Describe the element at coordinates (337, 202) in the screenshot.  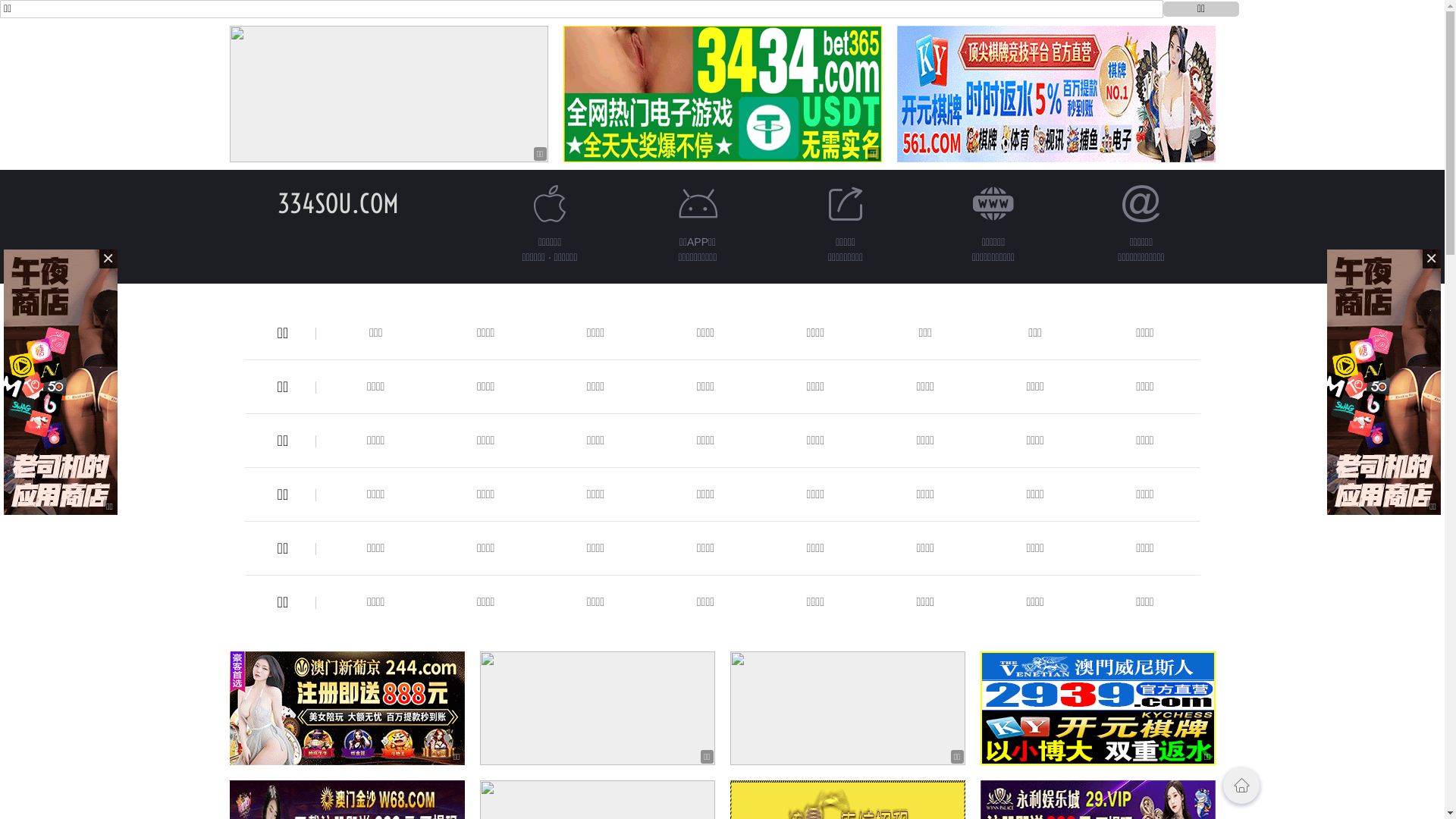
I see `'334SOU.COM'` at that location.